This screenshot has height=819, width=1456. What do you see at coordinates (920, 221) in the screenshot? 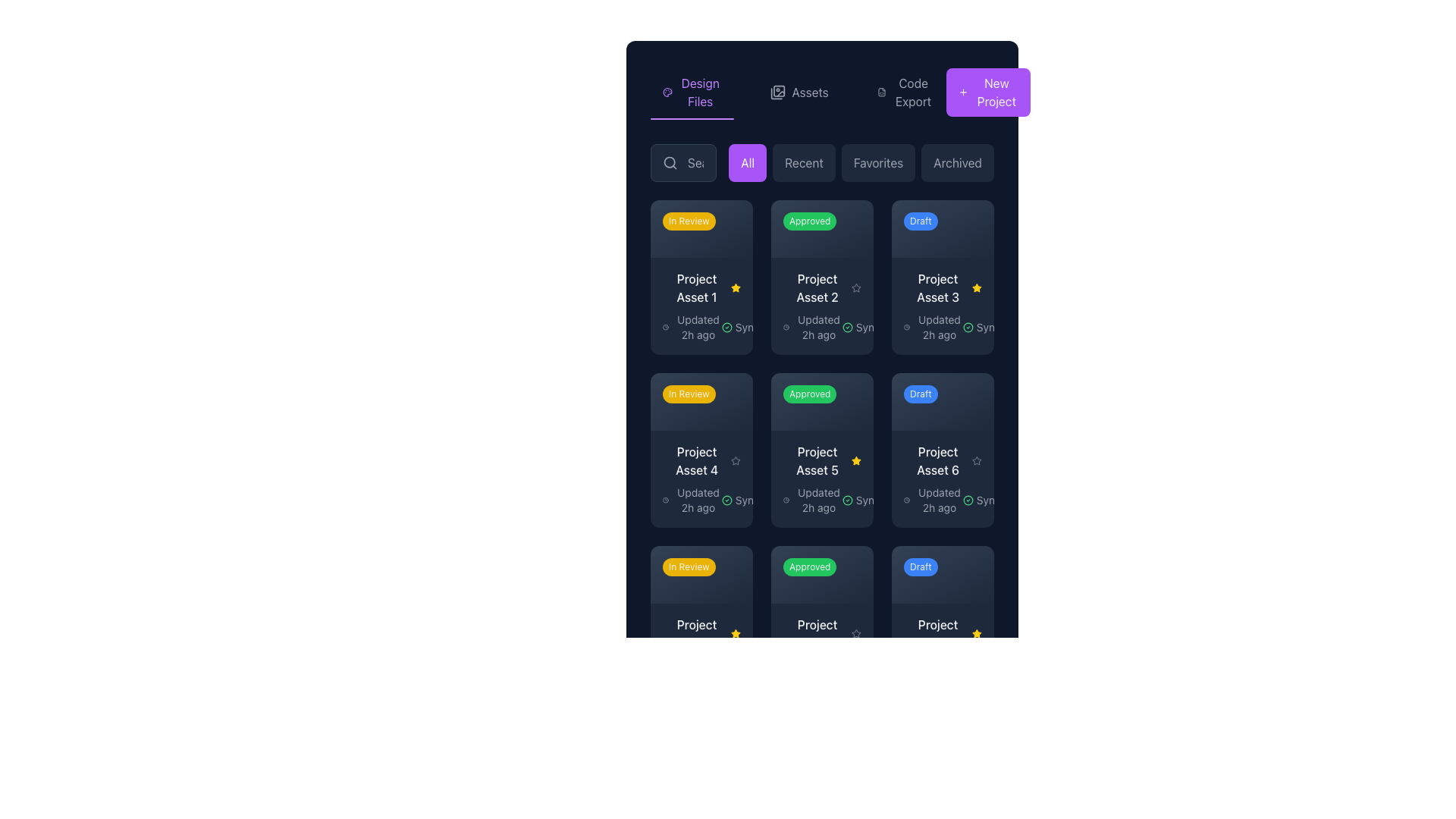
I see `the 'Draft' status label located at the top-left corner of the project card` at bounding box center [920, 221].